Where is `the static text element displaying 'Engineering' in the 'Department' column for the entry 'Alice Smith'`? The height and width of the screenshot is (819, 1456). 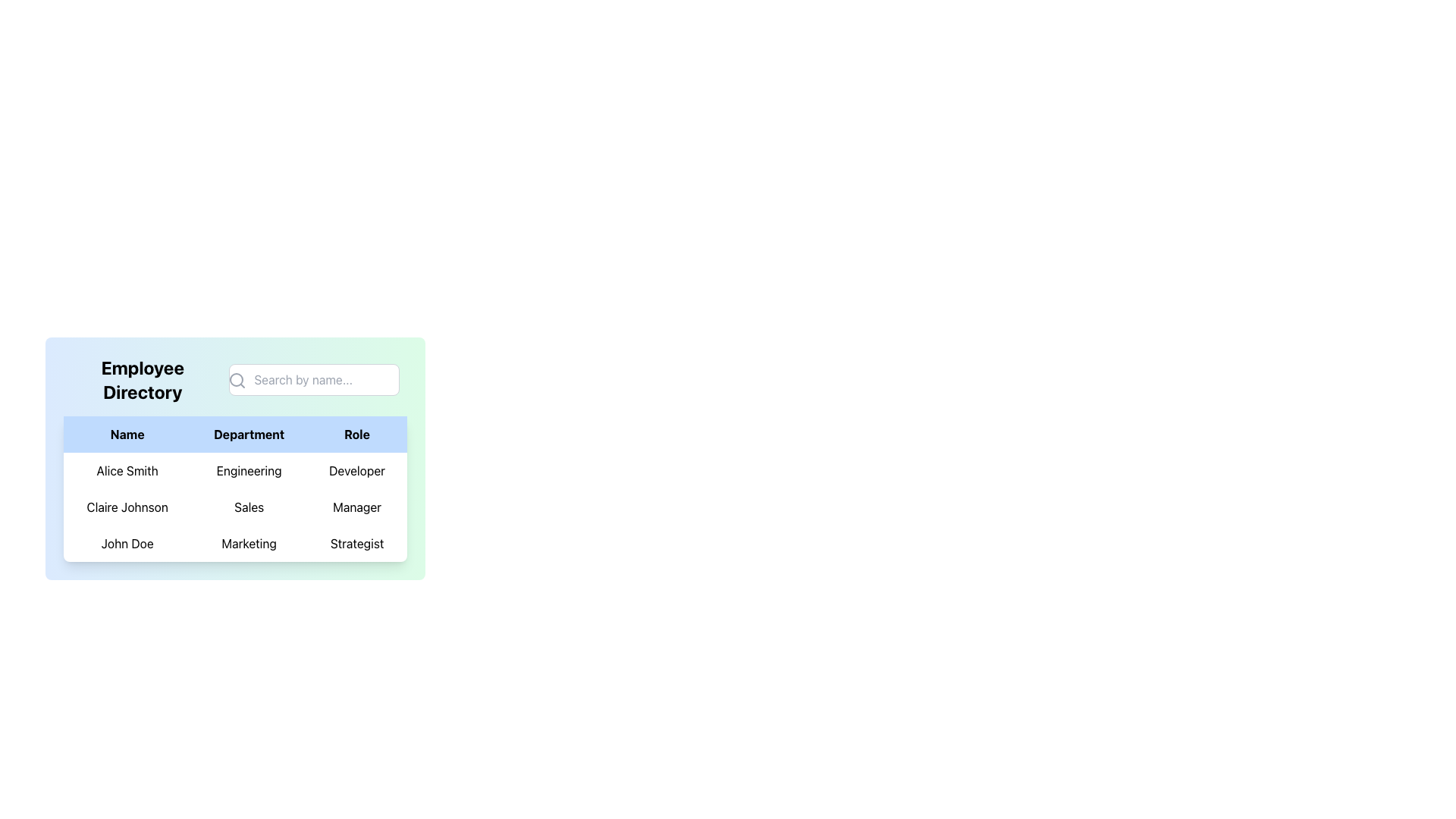
the static text element displaying 'Engineering' in the 'Department' column for the entry 'Alice Smith' is located at coordinates (249, 470).